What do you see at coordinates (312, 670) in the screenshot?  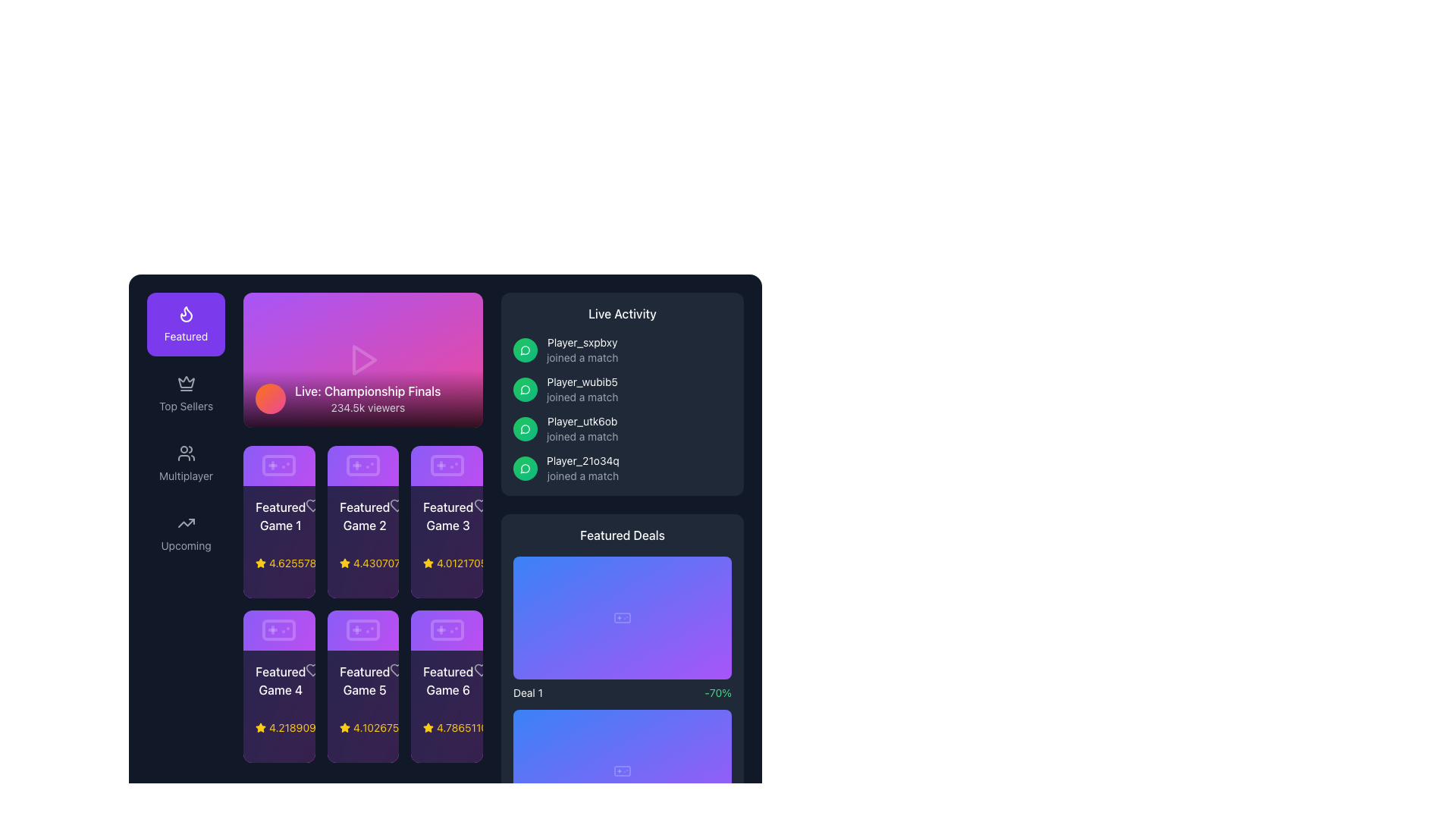 I see `the heart-shaped icon button` at bounding box center [312, 670].